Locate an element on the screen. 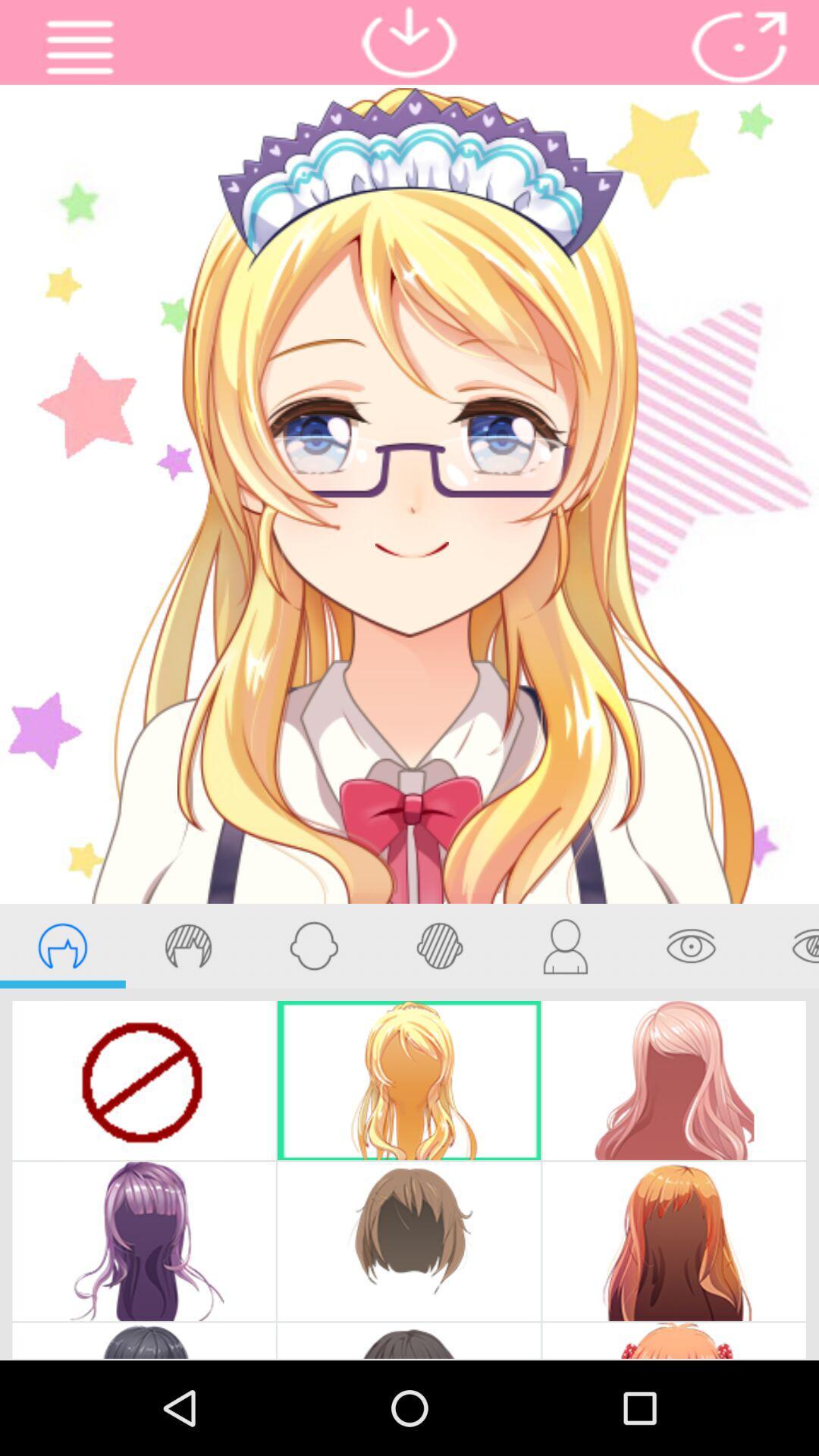  the image which is in the second row third column is located at coordinates (673, 1241).